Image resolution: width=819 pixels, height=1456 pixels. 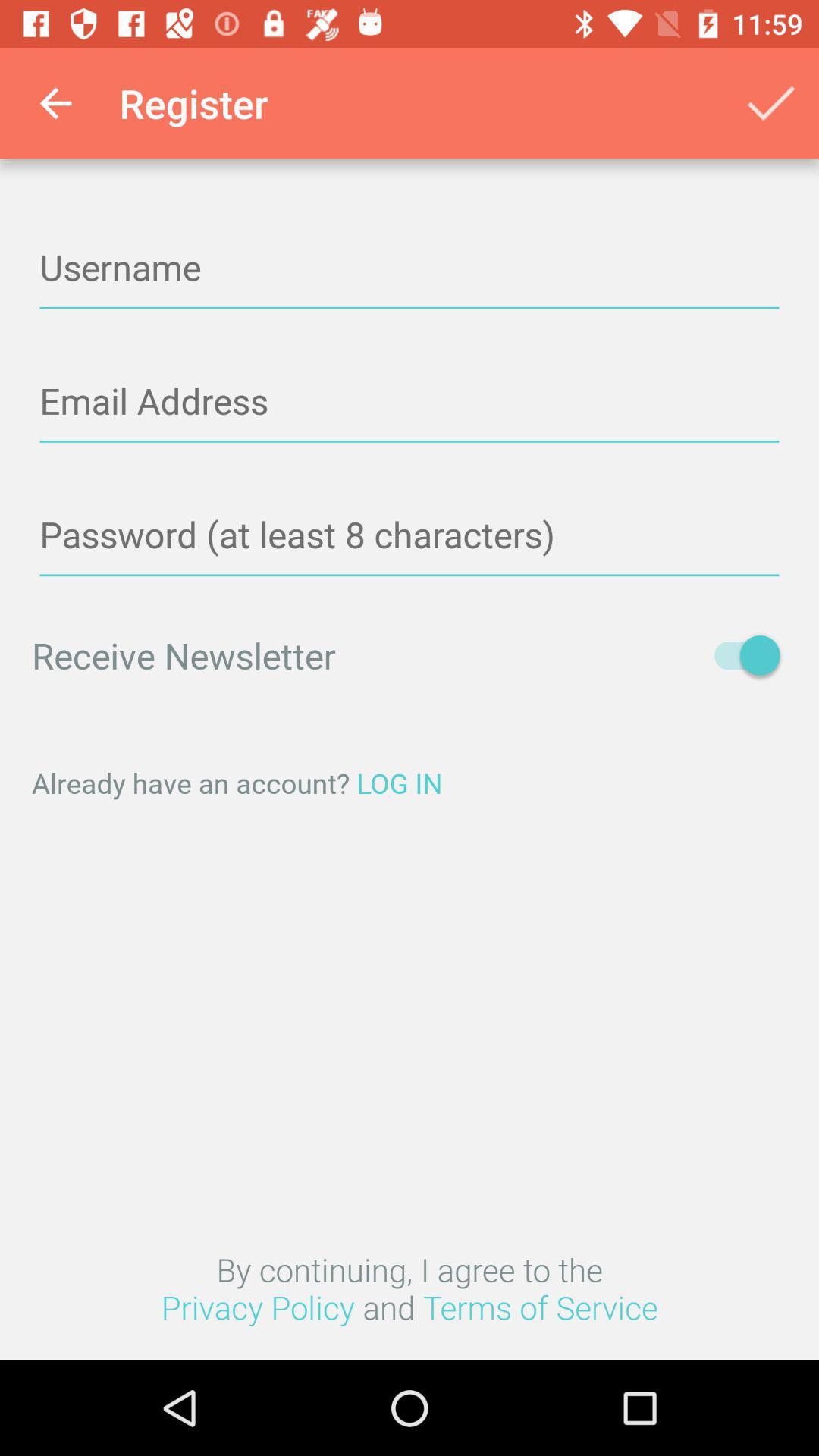 What do you see at coordinates (409, 1287) in the screenshot?
I see `by continuing i item` at bounding box center [409, 1287].